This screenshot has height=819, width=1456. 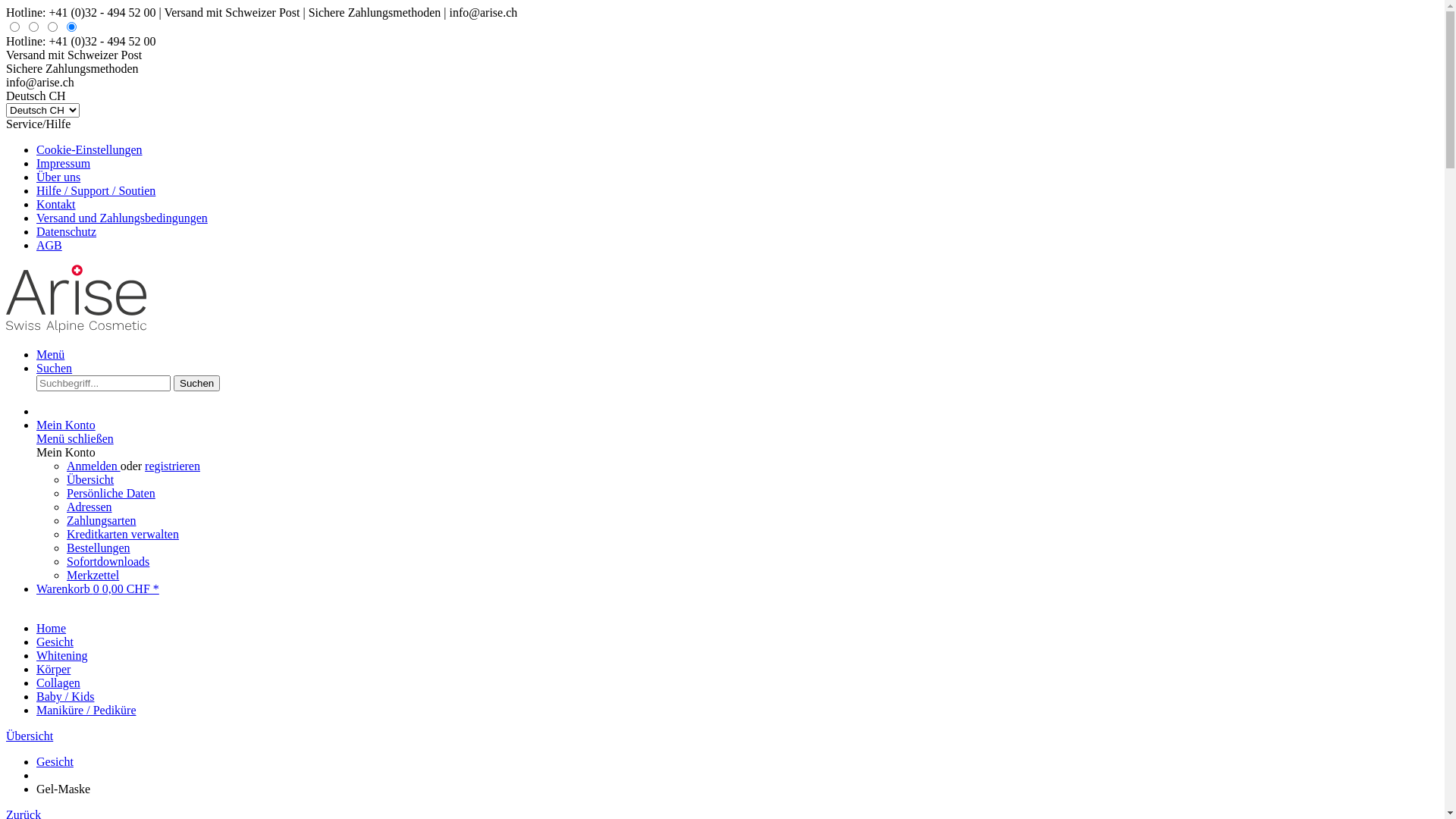 I want to click on 'Zahlungsarten', so click(x=101, y=519).